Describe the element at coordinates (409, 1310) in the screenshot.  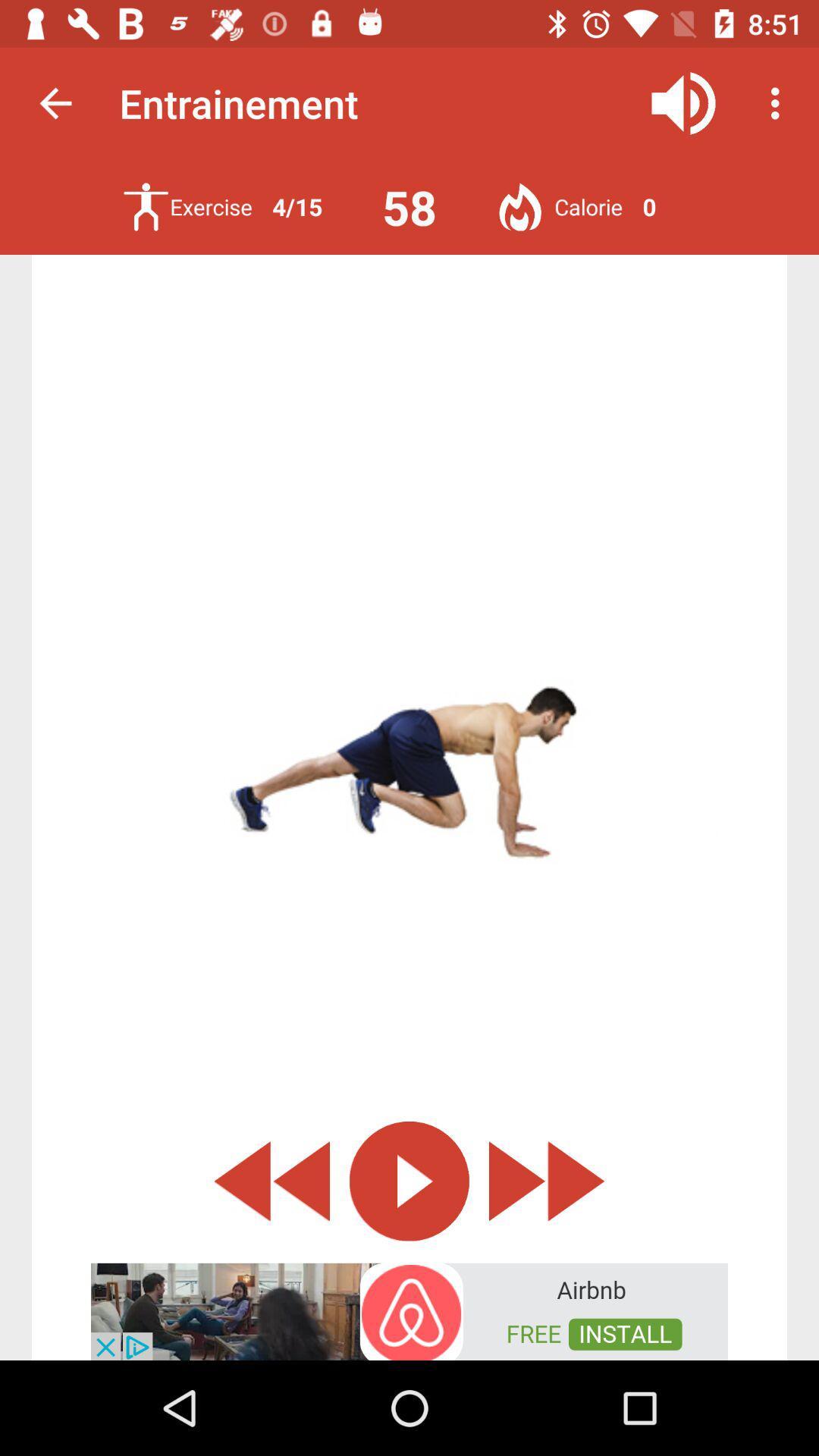
I see `advertisement` at that location.